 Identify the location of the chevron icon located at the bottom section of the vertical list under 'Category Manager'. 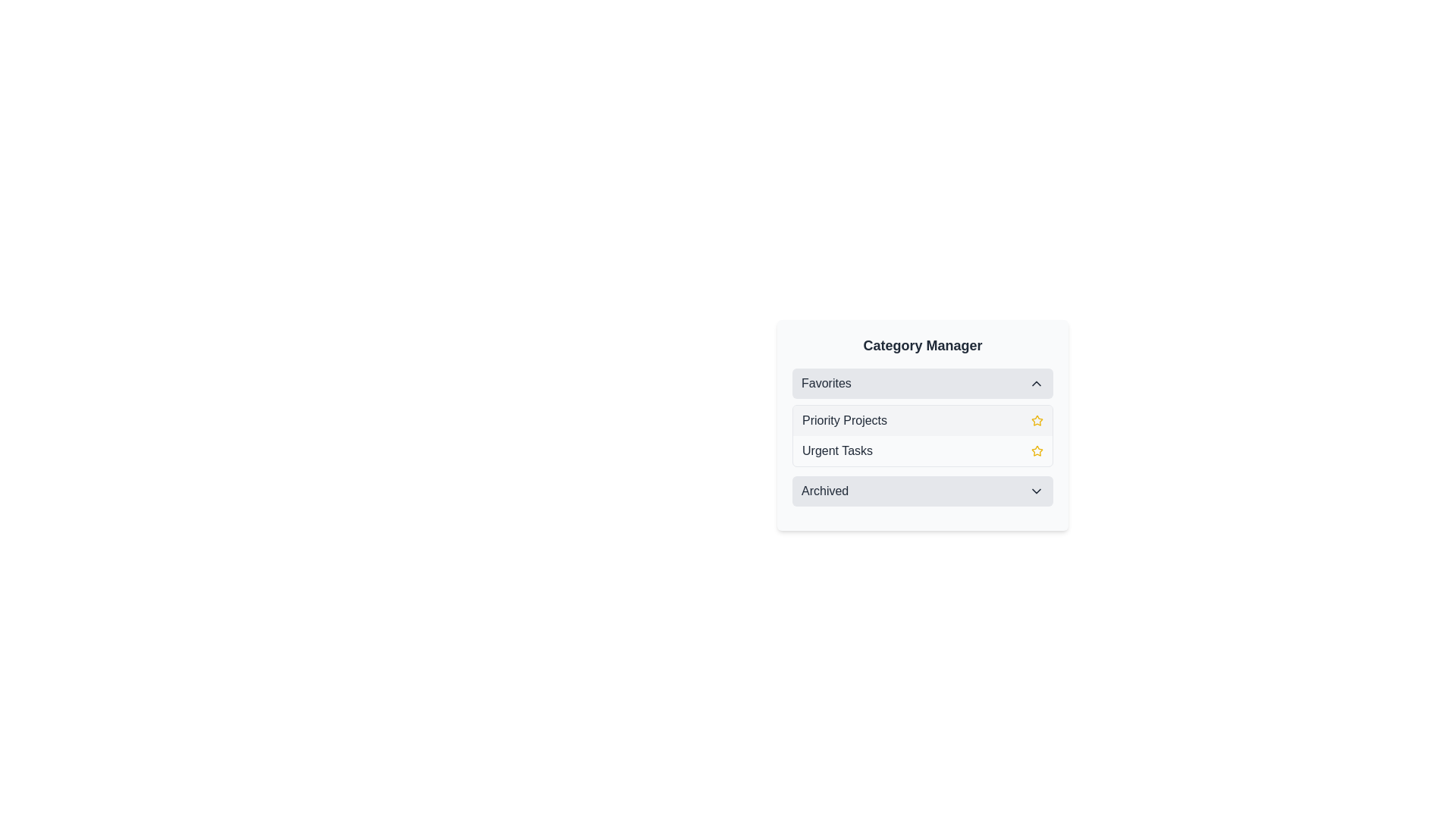
(1036, 491).